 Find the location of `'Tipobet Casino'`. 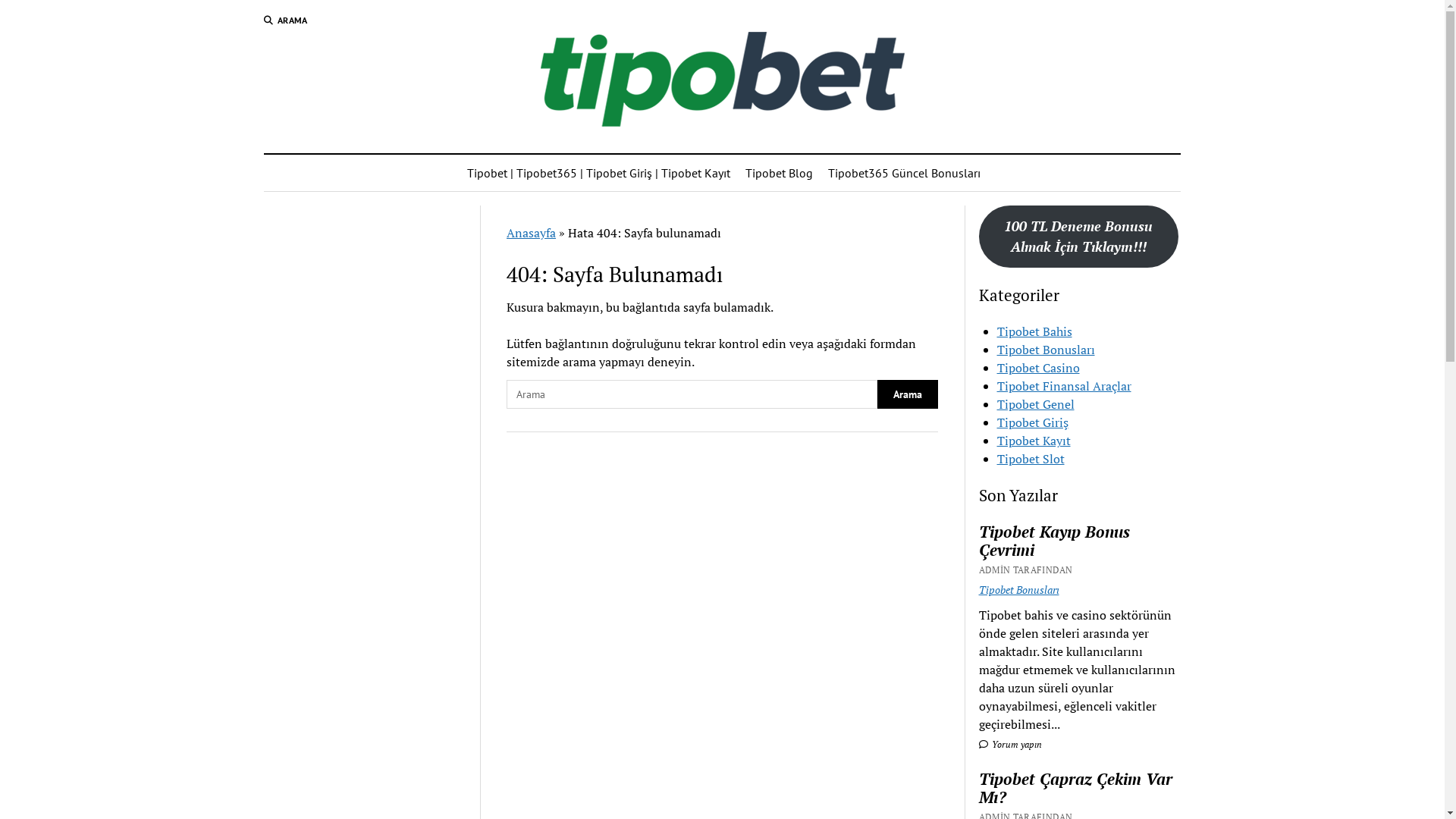

'Tipobet Casino' is located at coordinates (997, 368).